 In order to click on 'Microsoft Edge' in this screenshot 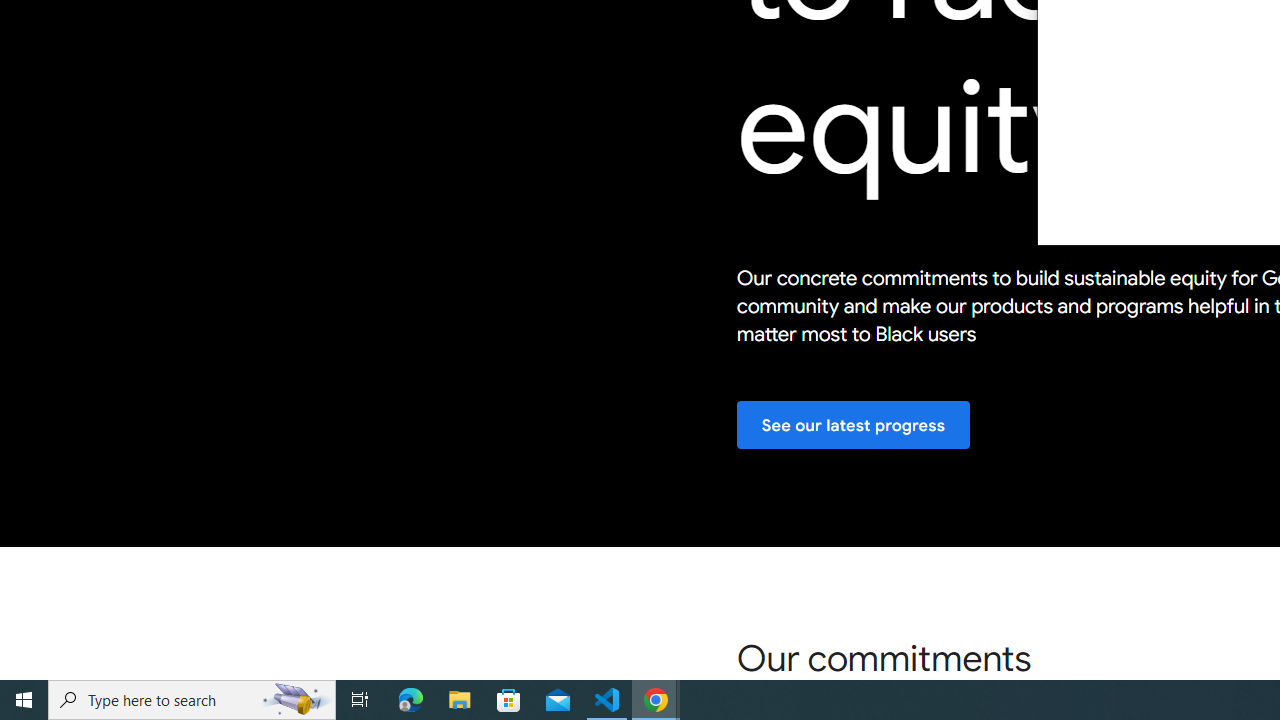, I will do `click(410, 698)`.